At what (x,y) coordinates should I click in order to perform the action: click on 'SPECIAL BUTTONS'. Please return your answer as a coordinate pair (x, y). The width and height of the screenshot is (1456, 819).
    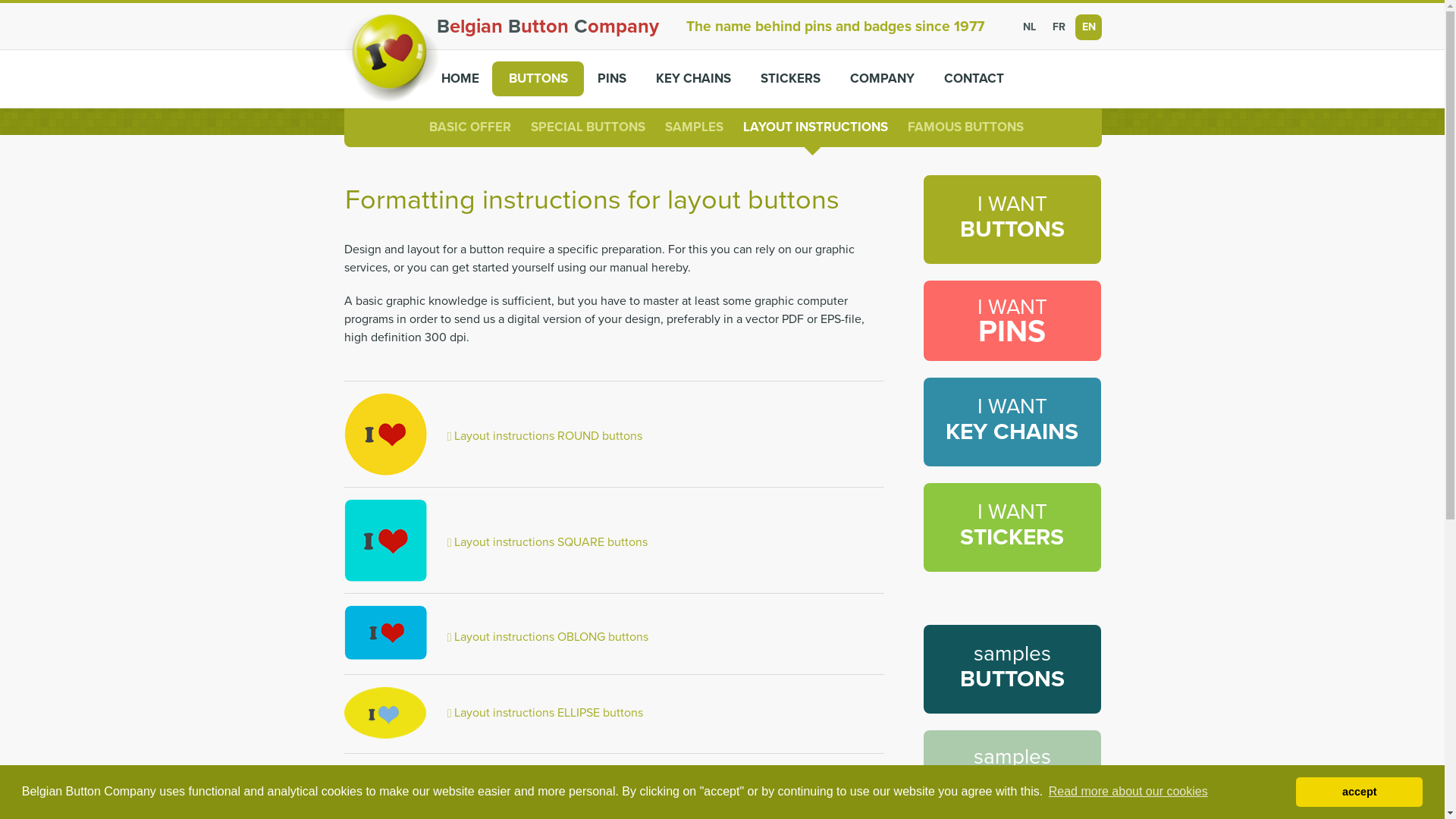
    Looking at the image, I should click on (587, 127).